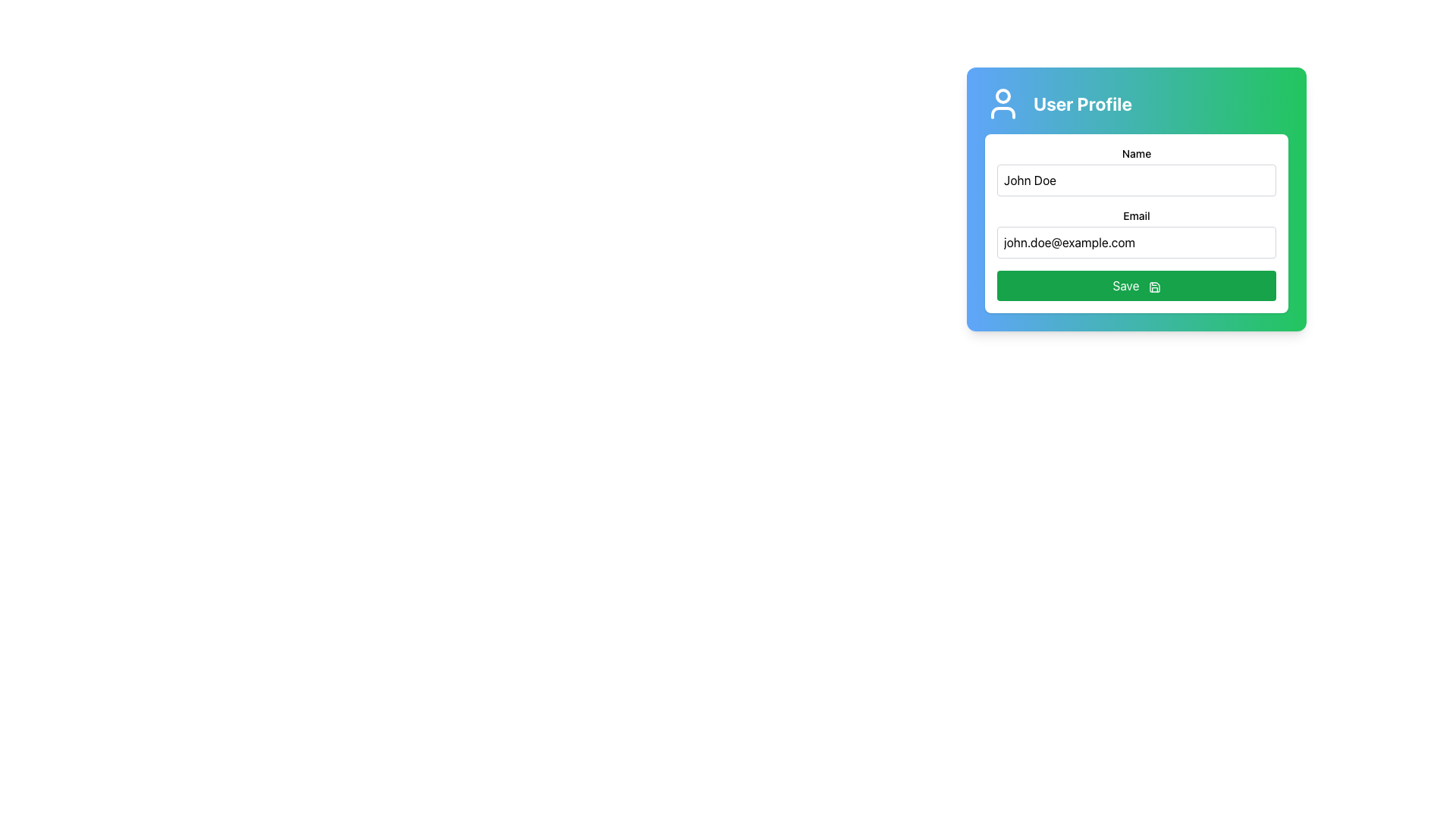 The width and height of the screenshot is (1456, 819). What do you see at coordinates (1136, 198) in the screenshot?
I see `the email field of the User Profile Form` at bounding box center [1136, 198].